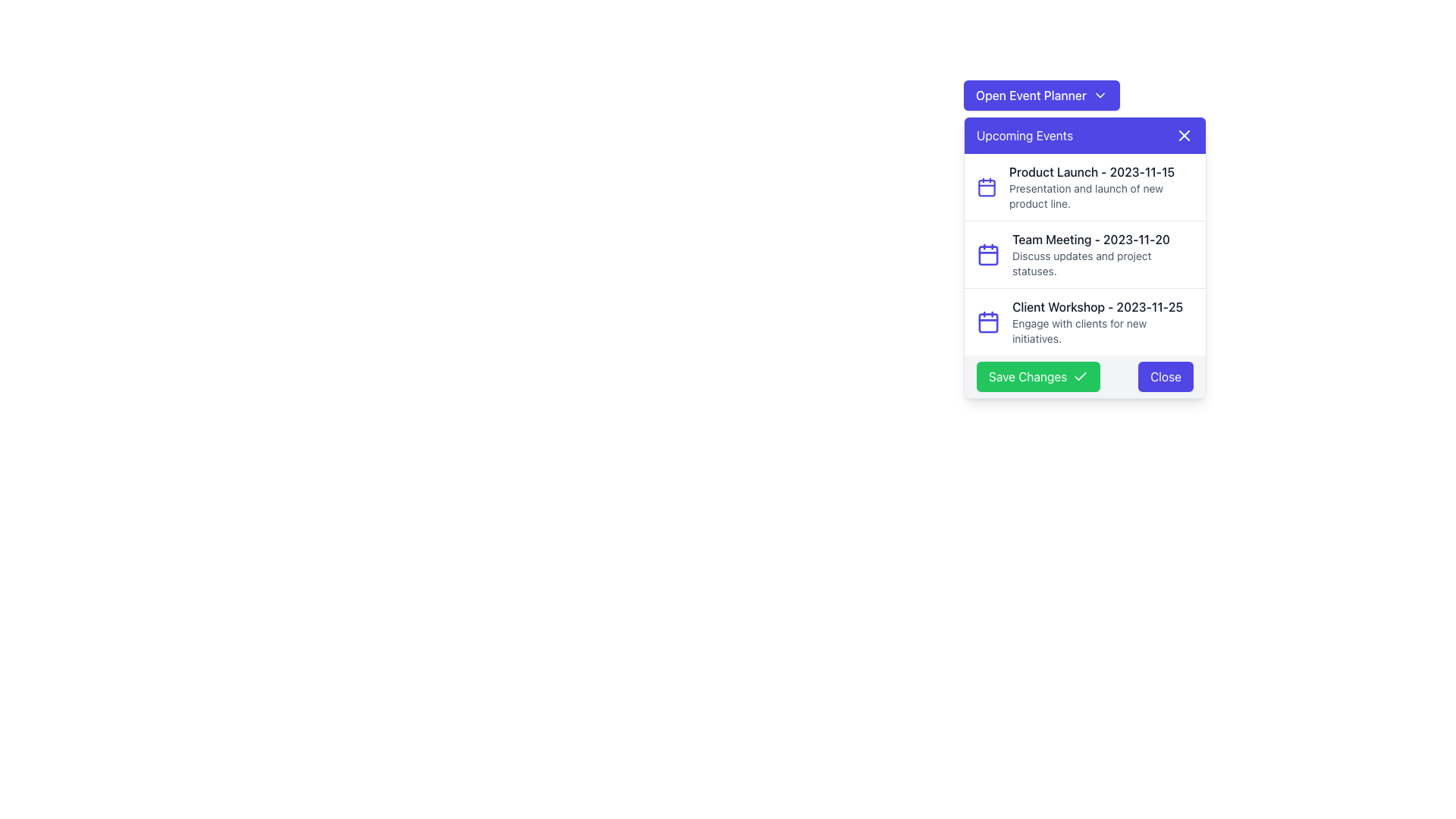 The height and width of the screenshot is (819, 1456). I want to click on the 'Save' button located in the bottom bar of the dialog box to trigger hover effects, so click(1037, 376).